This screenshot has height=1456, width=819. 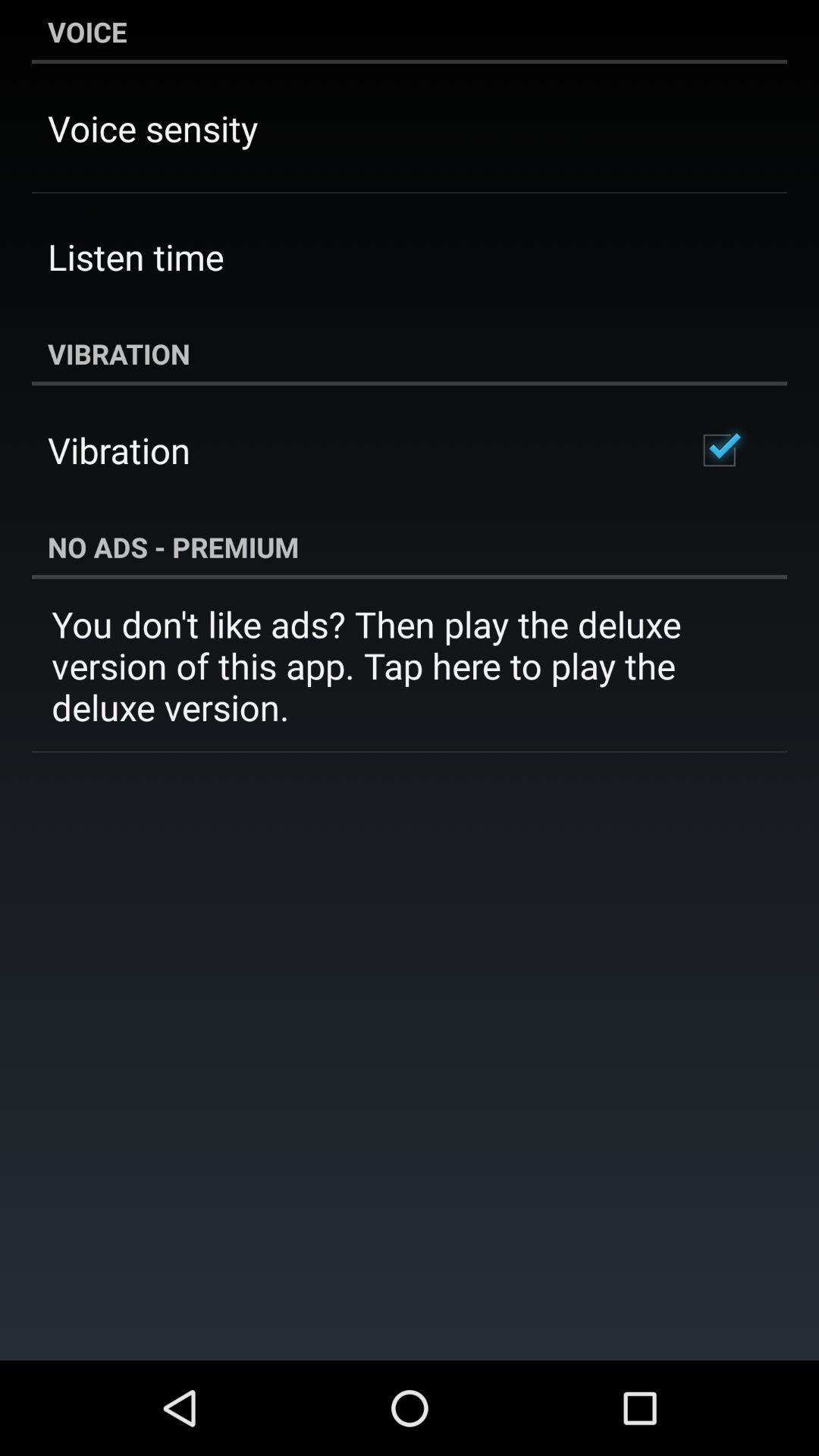 What do you see at coordinates (718, 450) in the screenshot?
I see `the icon next to vibration item` at bounding box center [718, 450].